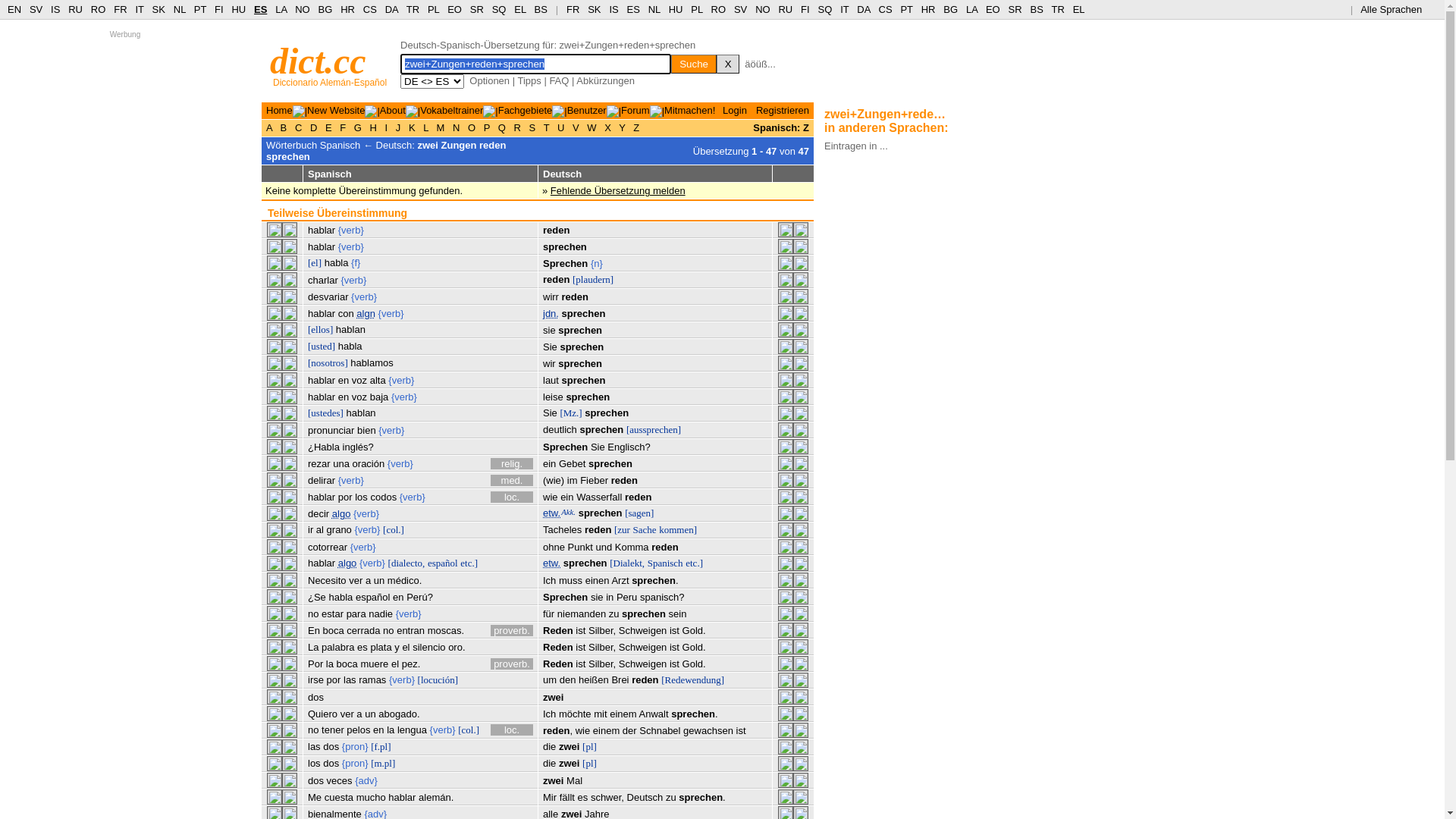 The image size is (1456, 819). I want to click on 'HU', so click(237, 9).